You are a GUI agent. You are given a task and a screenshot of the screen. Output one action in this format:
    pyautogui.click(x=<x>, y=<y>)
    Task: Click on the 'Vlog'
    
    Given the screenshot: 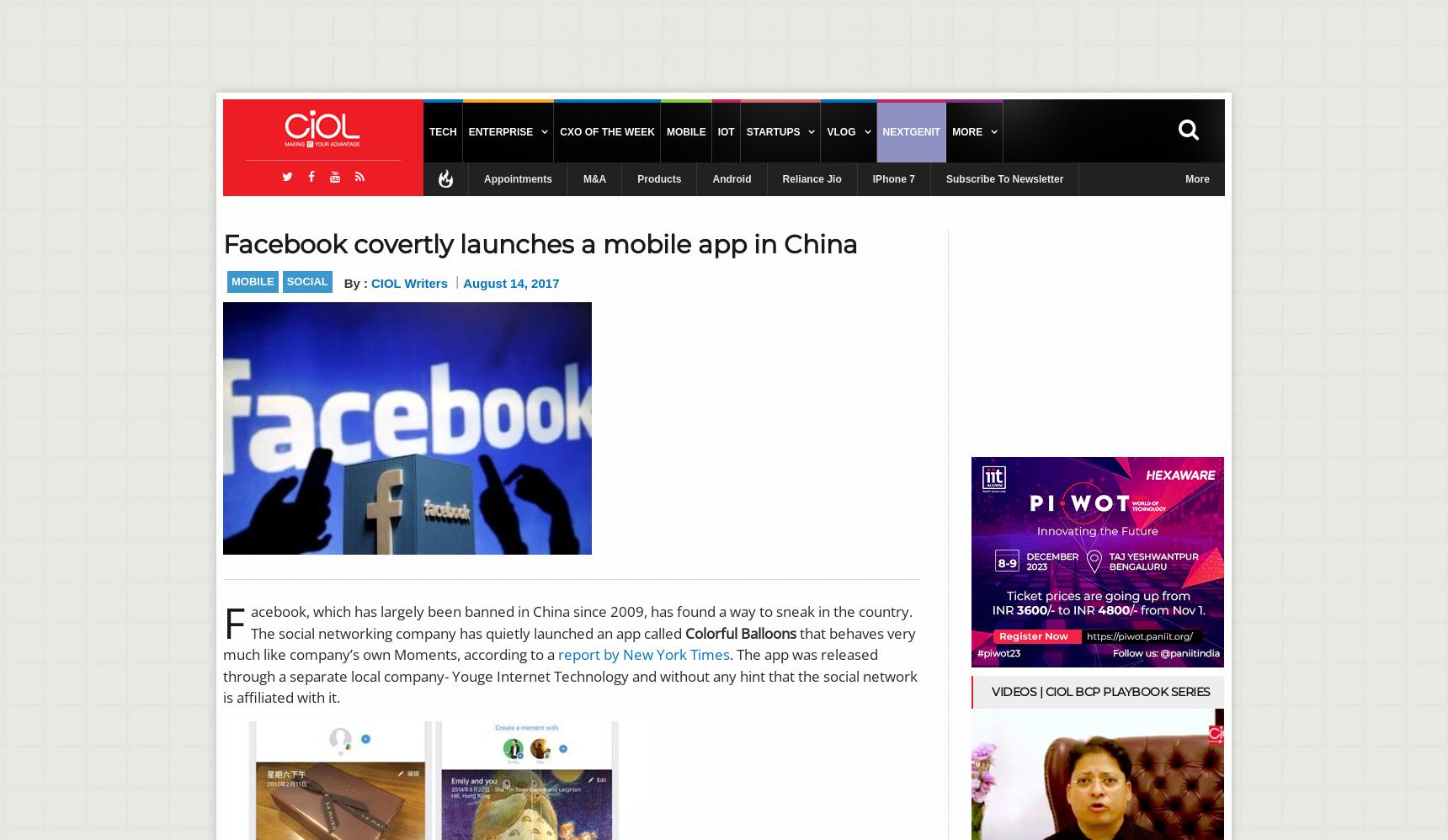 What is the action you would take?
    pyautogui.click(x=826, y=130)
    